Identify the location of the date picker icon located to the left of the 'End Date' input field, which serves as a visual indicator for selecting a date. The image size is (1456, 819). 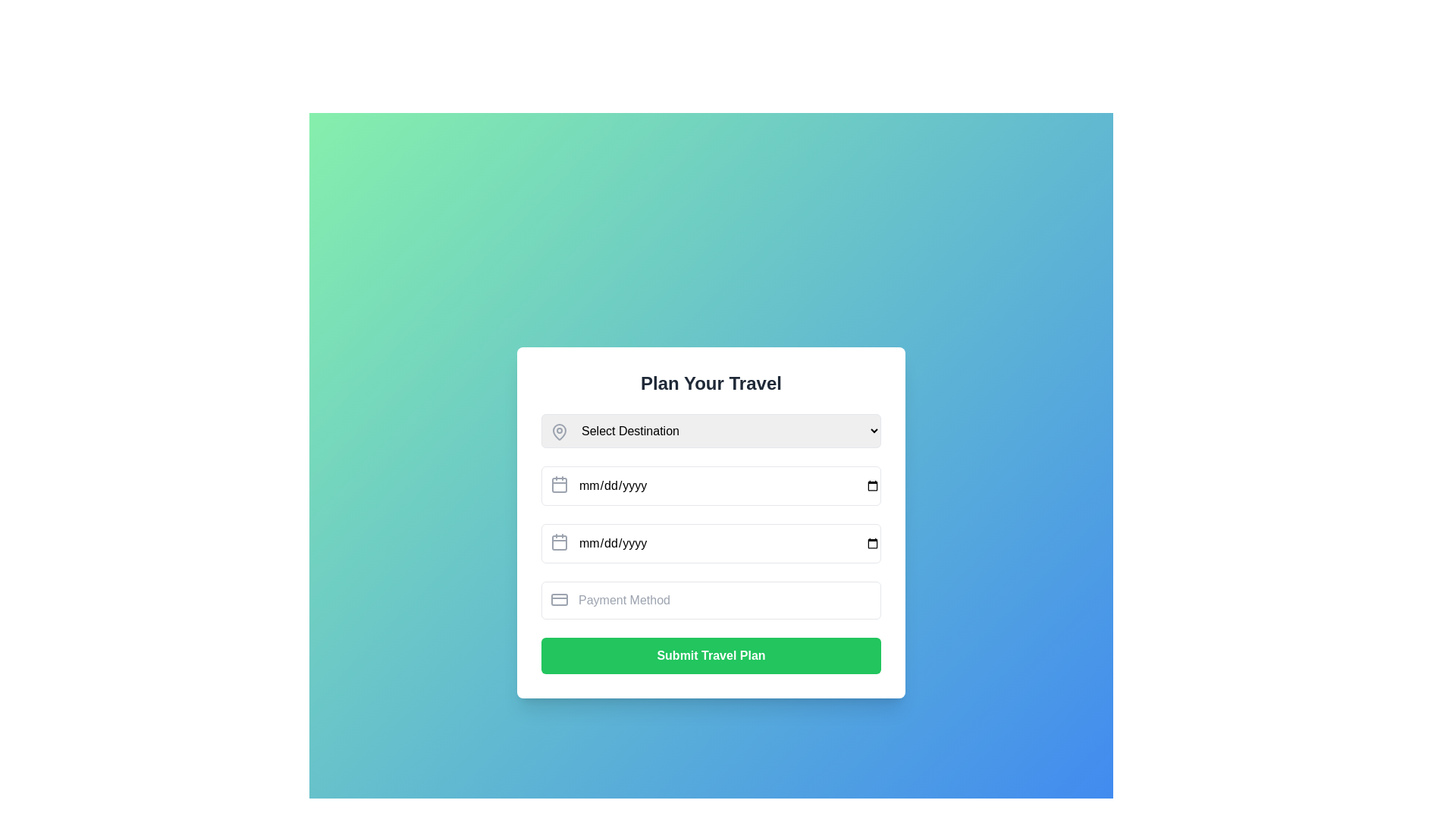
(559, 540).